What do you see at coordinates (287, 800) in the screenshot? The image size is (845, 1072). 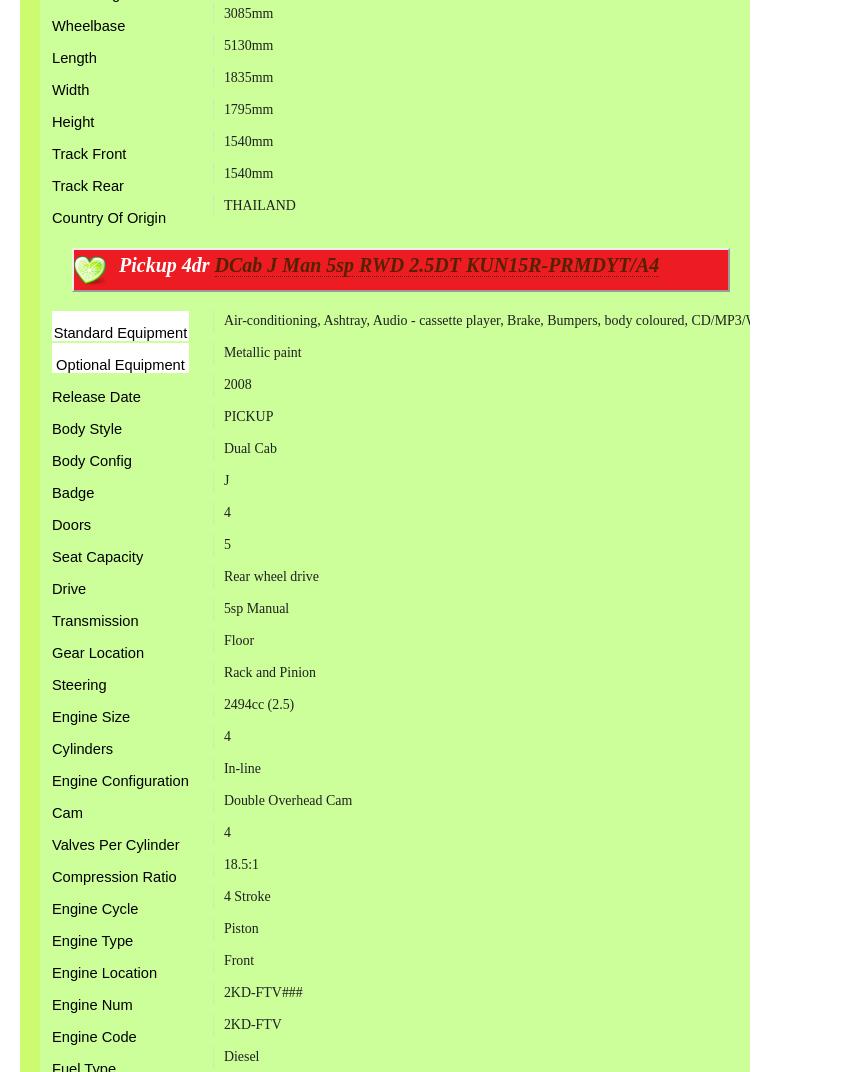 I see `'Double Overhead Cam'` at bounding box center [287, 800].